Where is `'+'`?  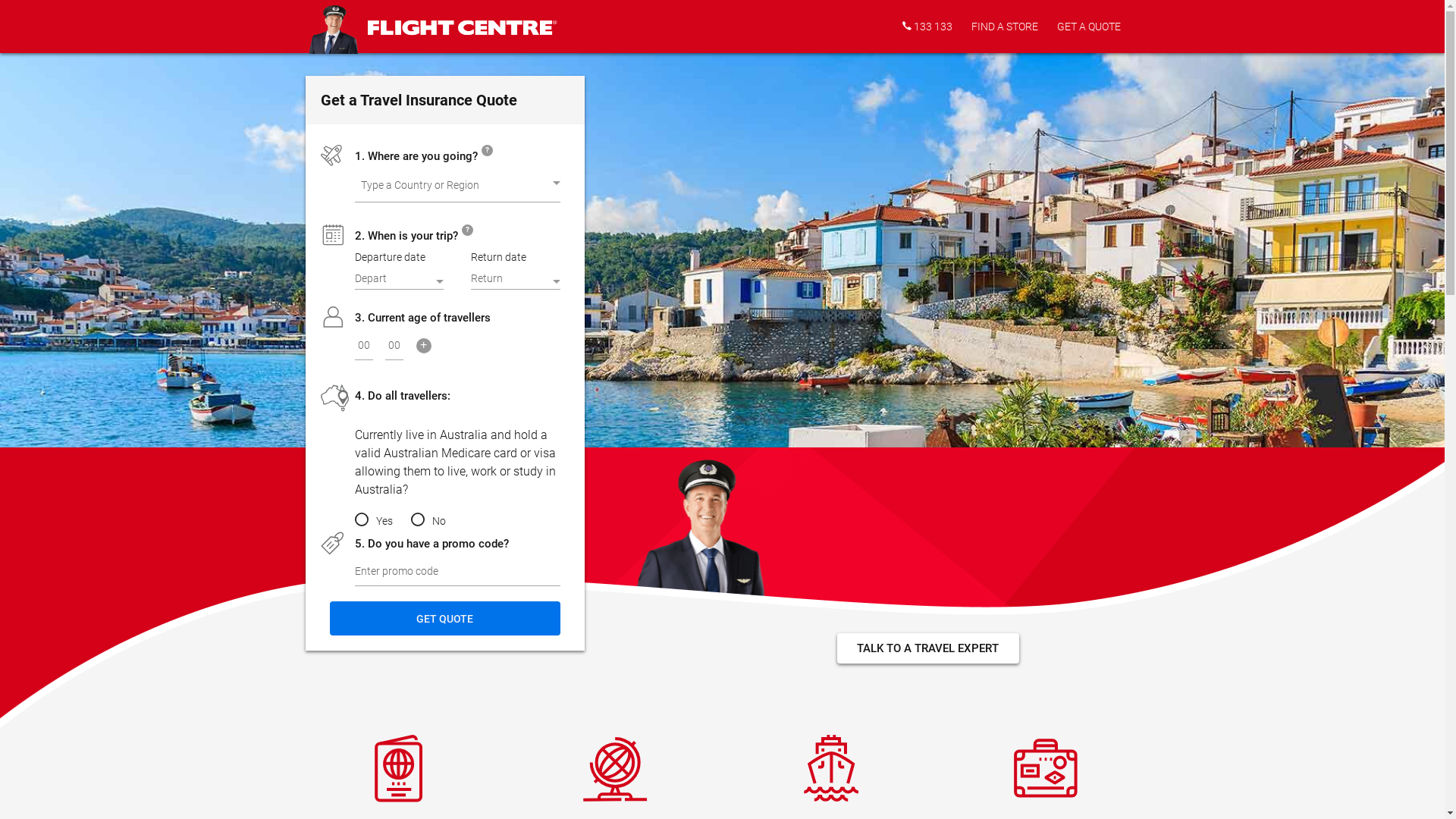
'+' is located at coordinates (423, 347).